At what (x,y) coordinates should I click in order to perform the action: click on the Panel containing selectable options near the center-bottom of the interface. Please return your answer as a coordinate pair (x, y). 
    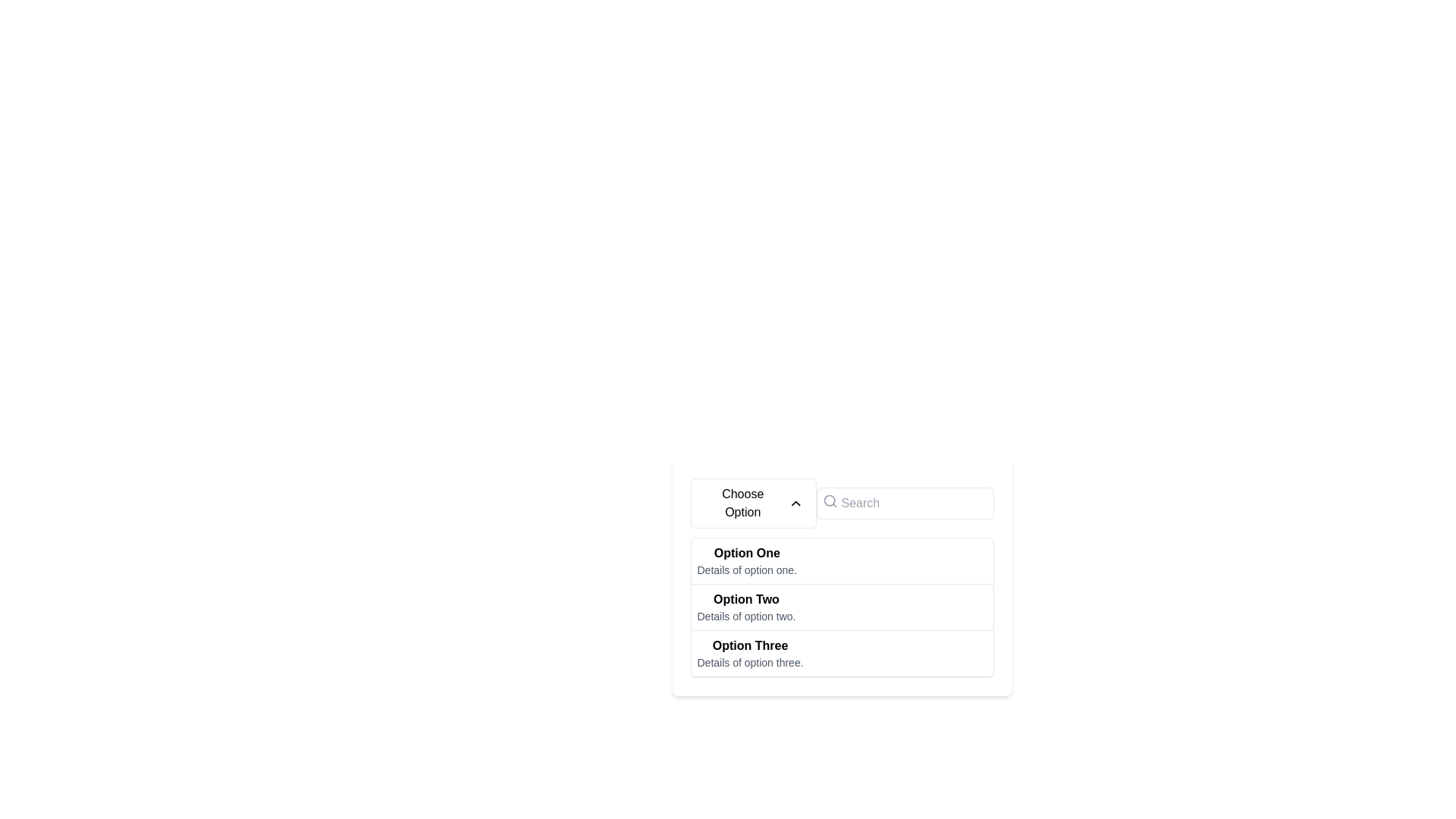
    Looking at the image, I should click on (841, 598).